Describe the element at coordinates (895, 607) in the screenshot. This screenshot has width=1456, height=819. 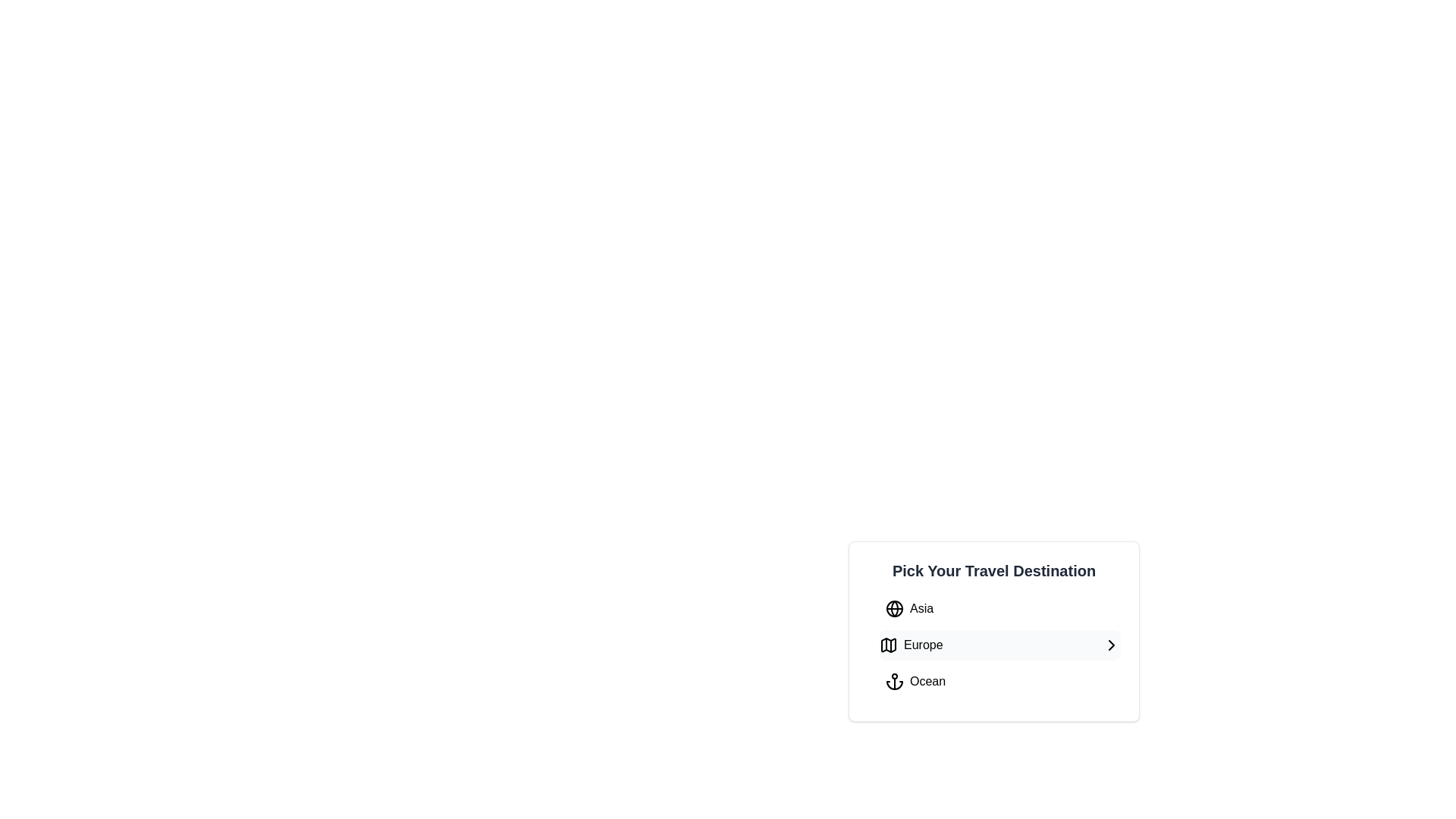
I see `the globe icon element, which is part of the SVG graphic next to the text 'Asia' in the 'Pick Your Travel Destination' card` at that location.